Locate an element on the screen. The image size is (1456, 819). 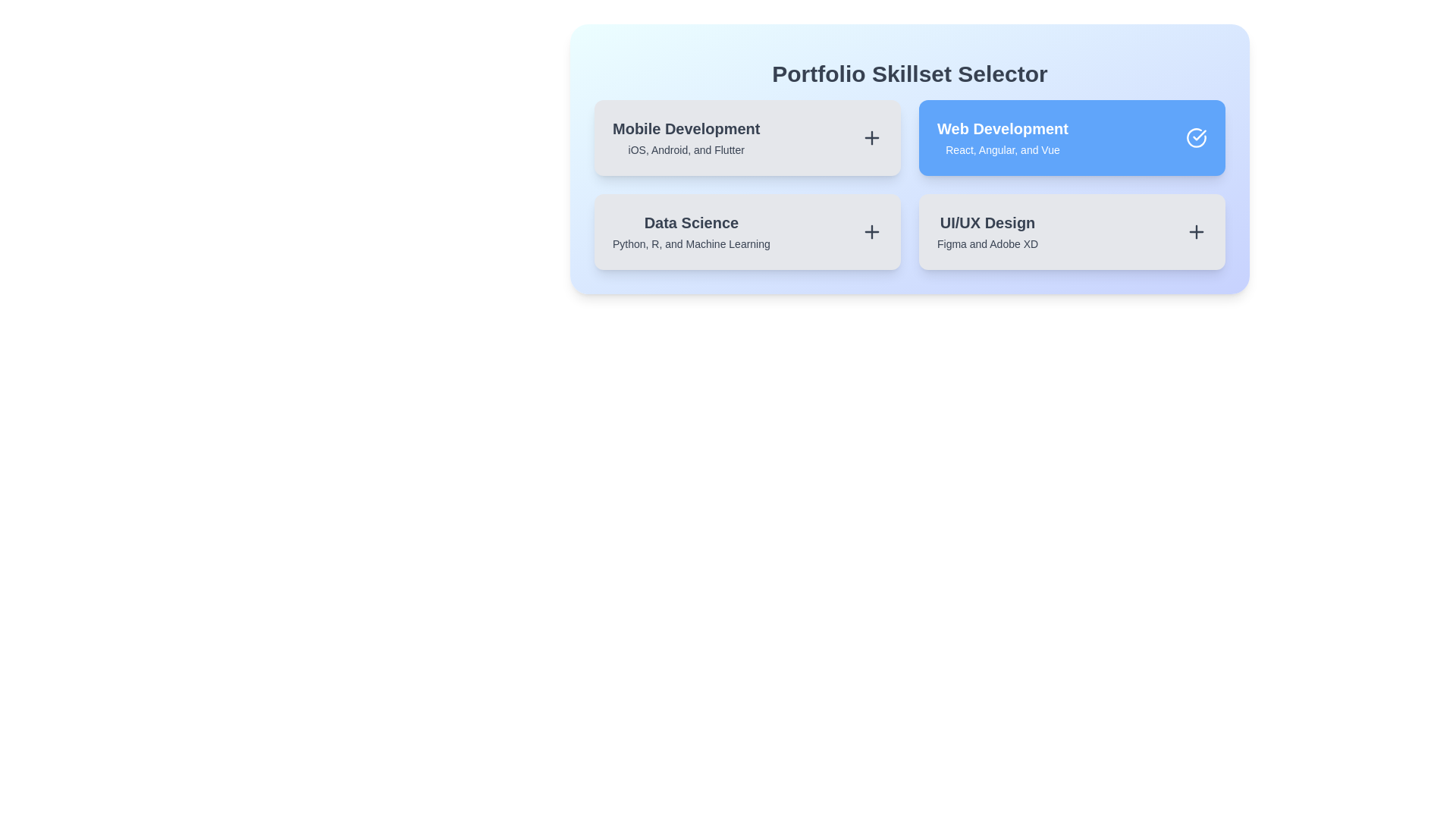
the chip labeled Web Development is located at coordinates (1072, 137).